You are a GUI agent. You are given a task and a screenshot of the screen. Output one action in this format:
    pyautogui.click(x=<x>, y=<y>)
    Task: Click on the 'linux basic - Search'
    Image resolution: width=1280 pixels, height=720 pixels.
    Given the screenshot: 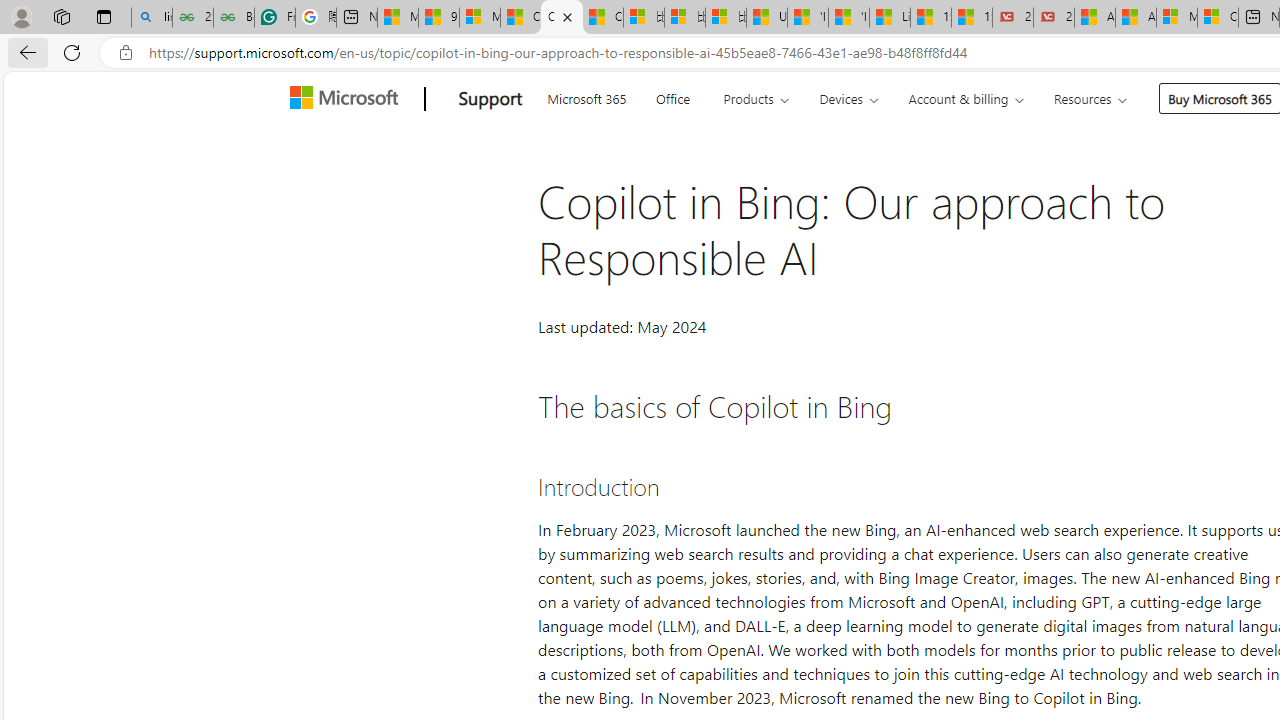 What is the action you would take?
    pyautogui.click(x=150, y=17)
    